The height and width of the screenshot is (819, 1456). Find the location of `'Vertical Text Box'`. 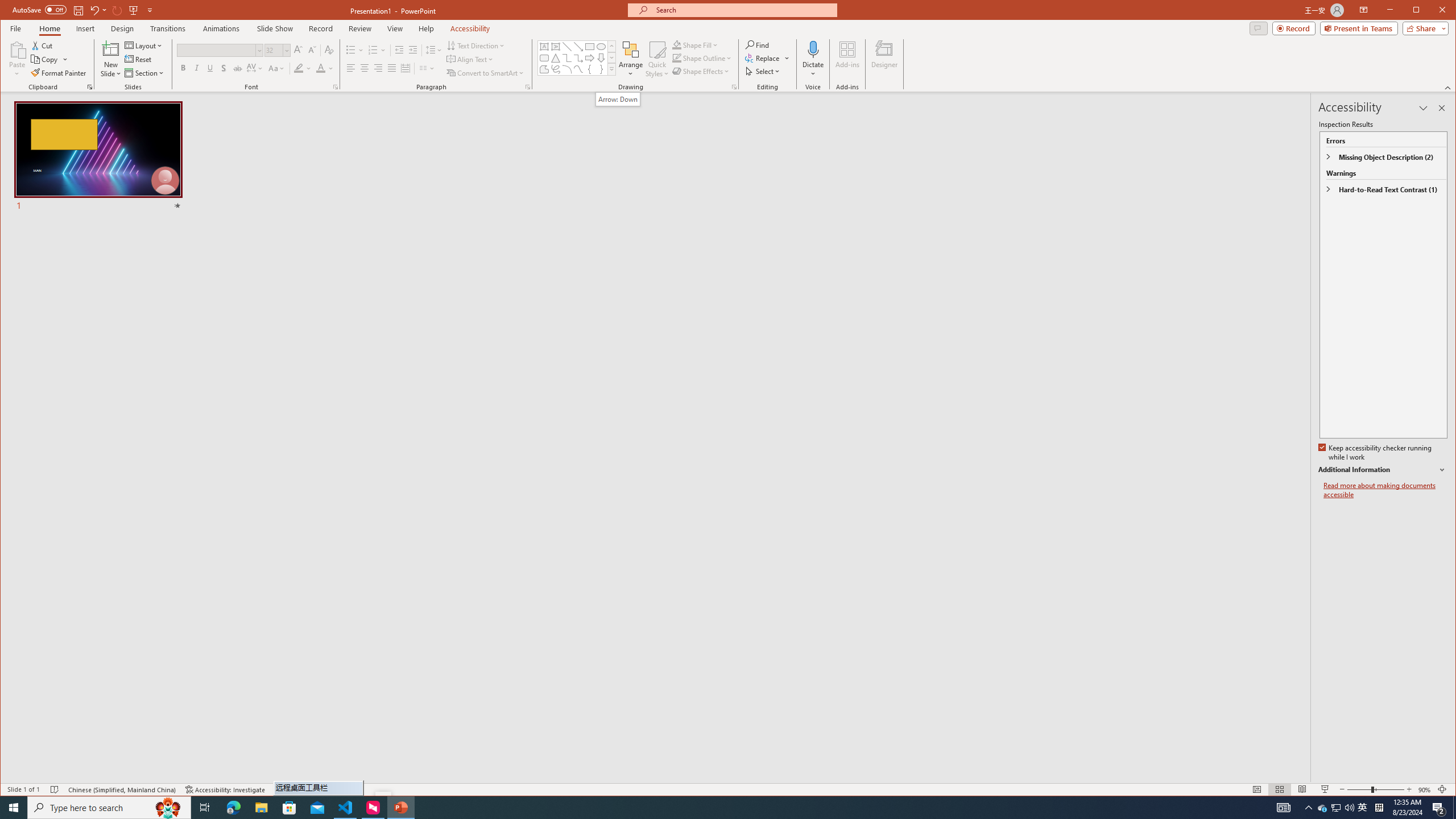

'Vertical Text Box' is located at coordinates (556, 46).